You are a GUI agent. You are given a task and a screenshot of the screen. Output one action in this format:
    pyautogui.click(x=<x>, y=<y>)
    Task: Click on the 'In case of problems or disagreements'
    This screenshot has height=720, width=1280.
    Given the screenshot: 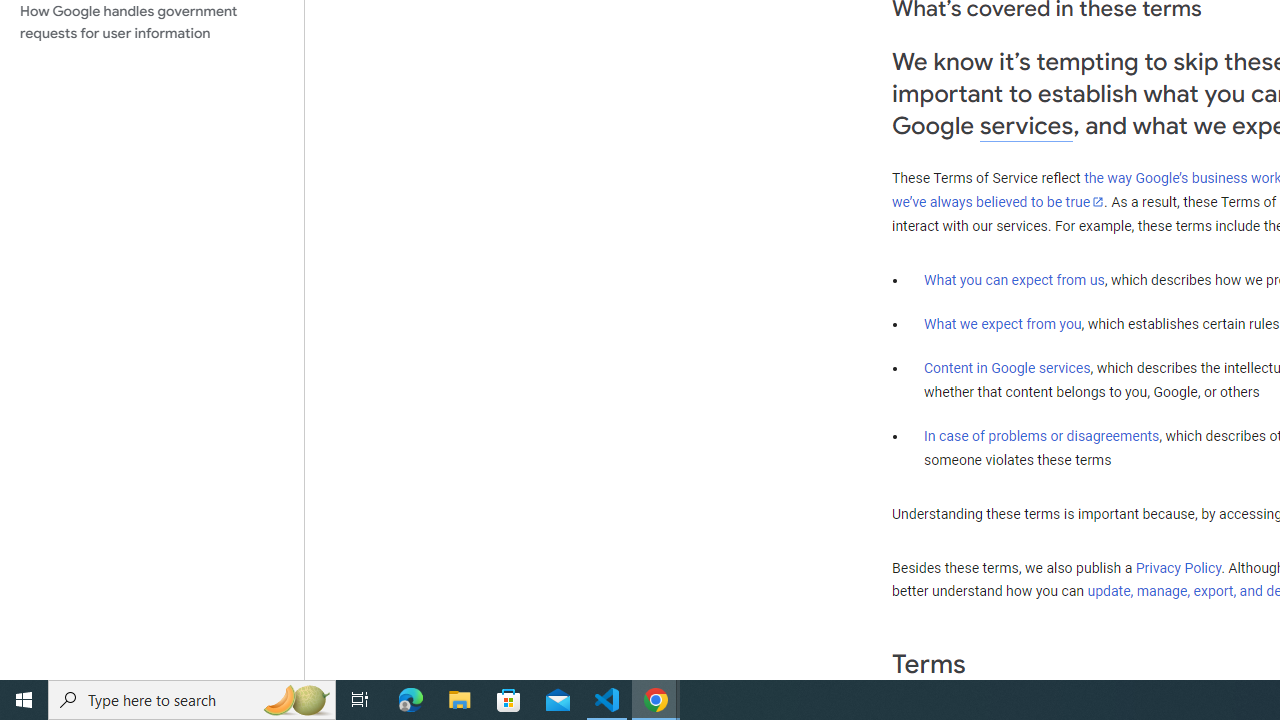 What is the action you would take?
    pyautogui.click(x=1040, y=434)
    